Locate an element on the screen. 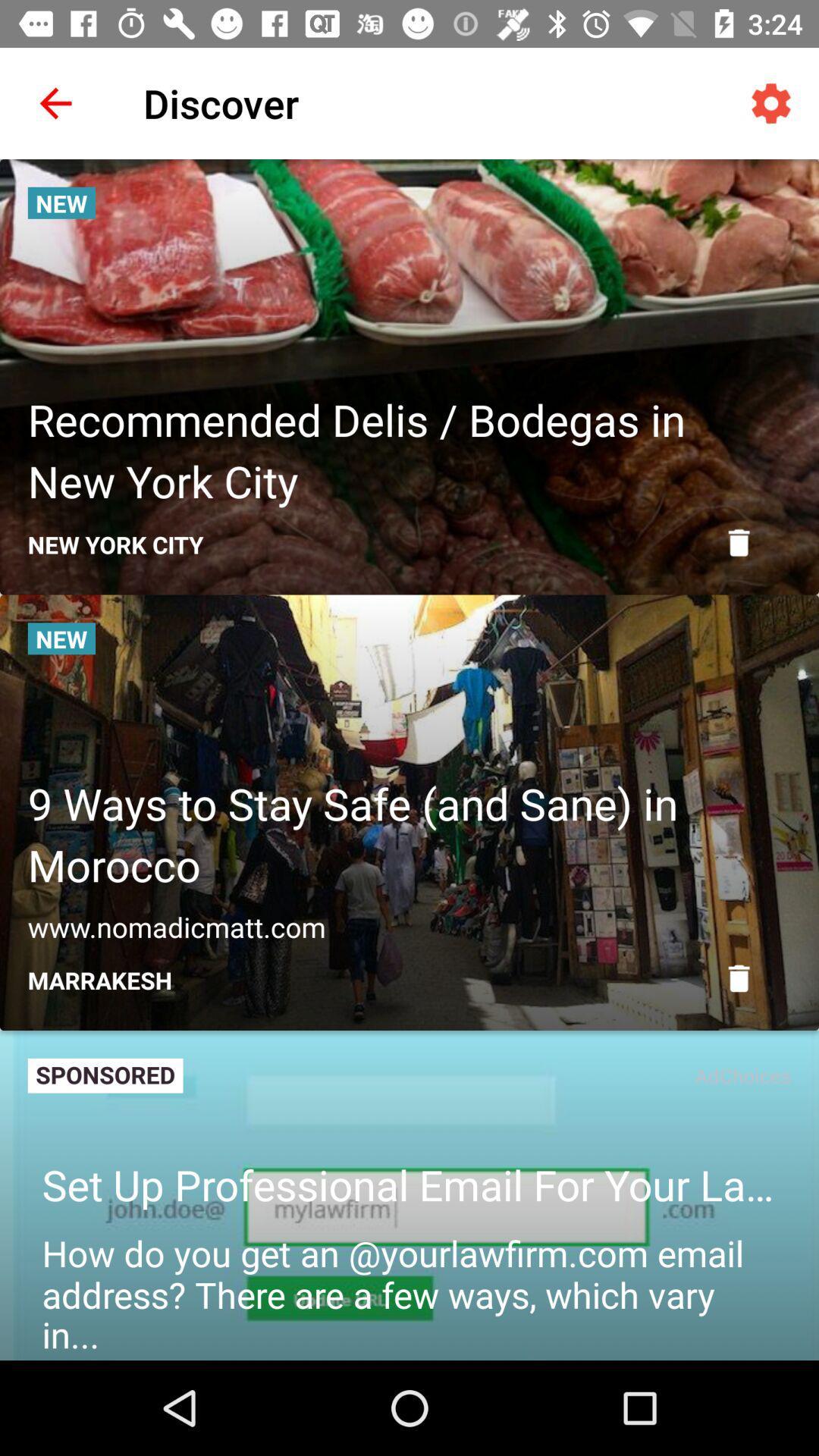 This screenshot has height=1456, width=819. delete item is located at coordinates (738, 978).